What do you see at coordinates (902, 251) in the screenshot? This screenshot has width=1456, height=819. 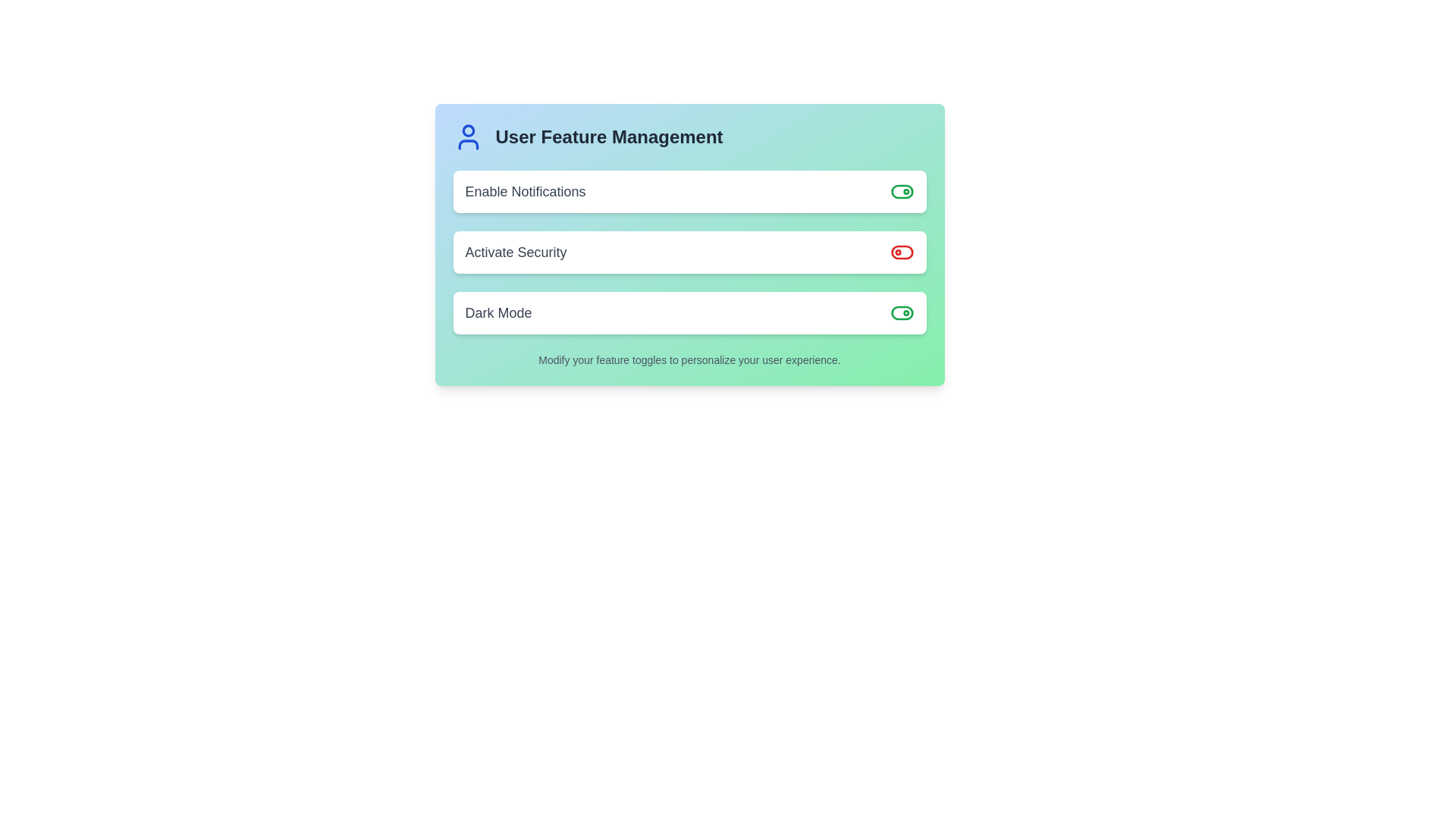 I see `the background of the toggle switch located to the right of the 'Activate Security' option` at bounding box center [902, 251].